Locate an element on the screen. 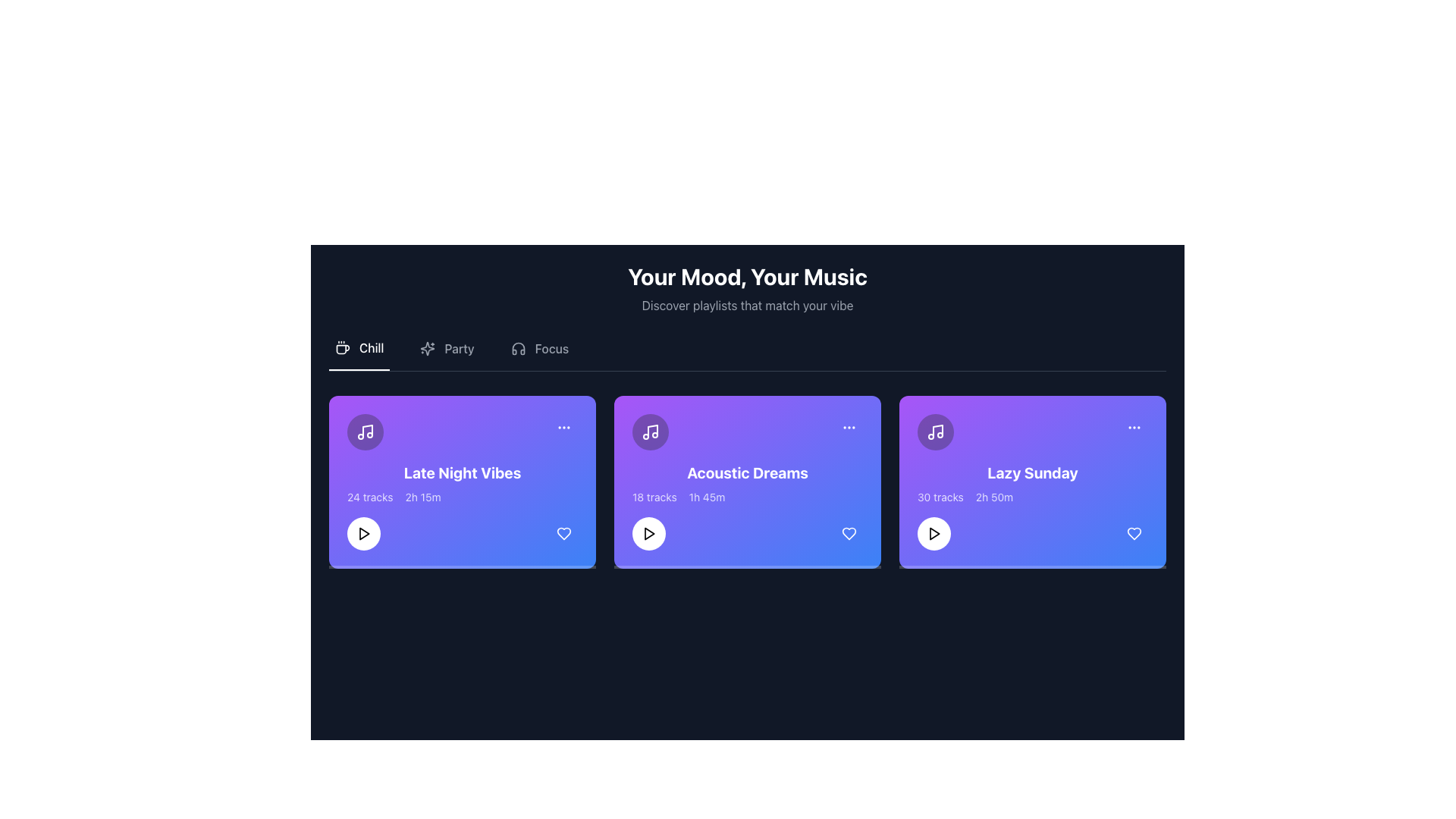 The width and height of the screenshot is (1456, 819). the ellipsis icon button located at the top-right corner of the 'Late Night Vibes' card is located at coordinates (563, 427).